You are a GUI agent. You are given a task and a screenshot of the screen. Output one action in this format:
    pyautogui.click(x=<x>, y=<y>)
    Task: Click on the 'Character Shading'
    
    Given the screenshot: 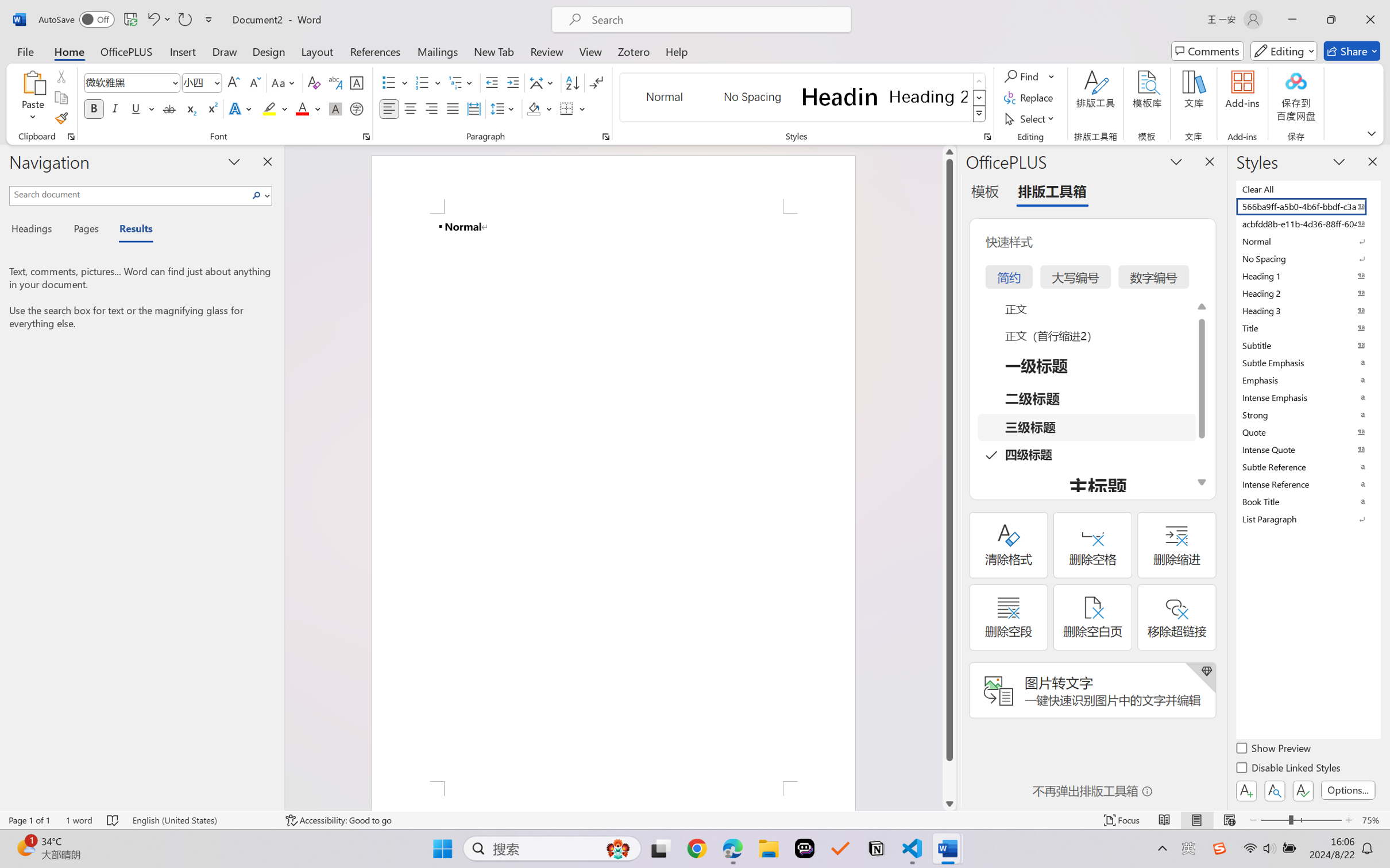 What is the action you would take?
    pyautogui.click(x=334, y=108)
    